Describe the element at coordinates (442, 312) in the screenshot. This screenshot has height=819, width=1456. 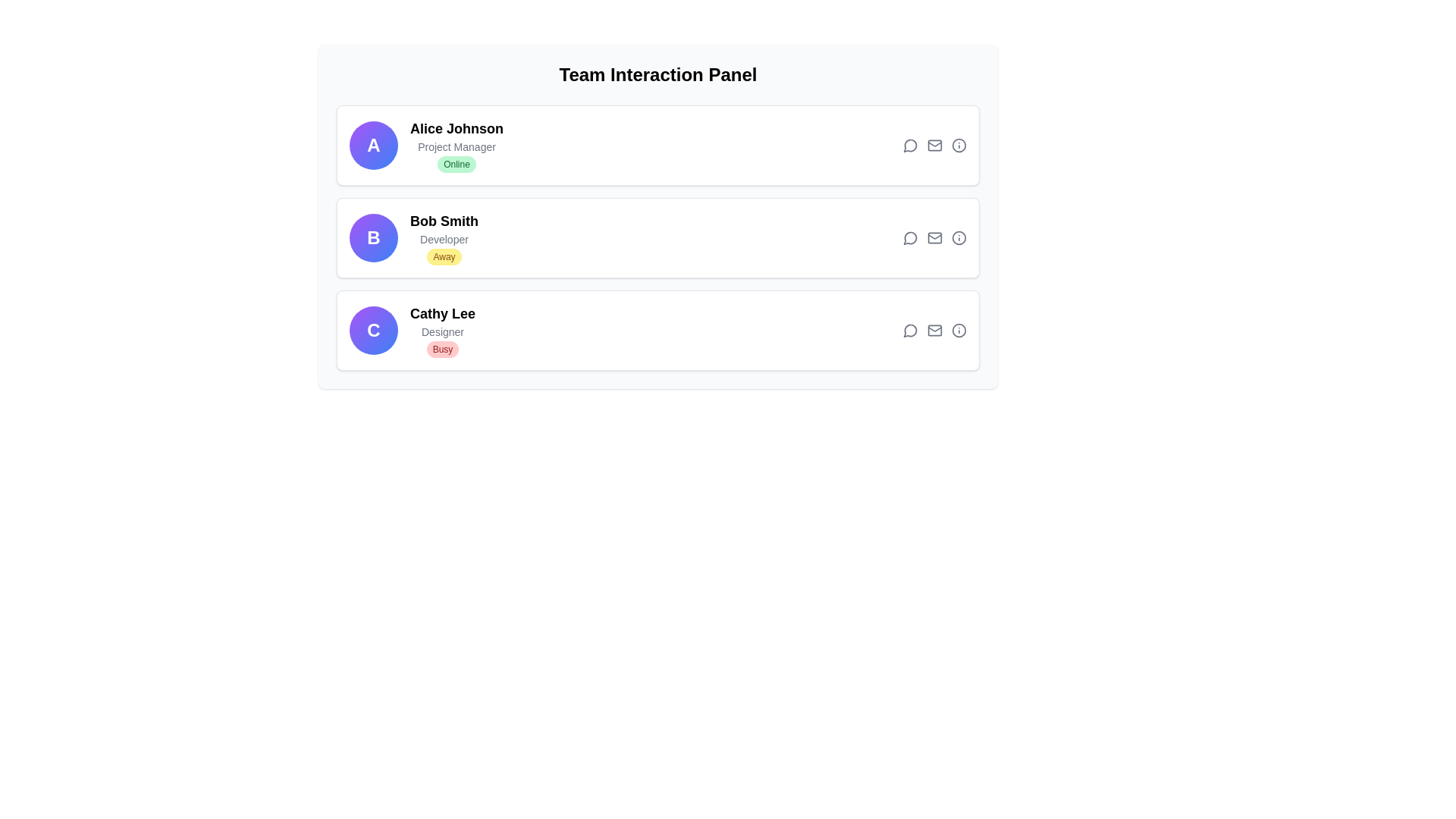
I see `the text label displaying 'Cathy Lee', which is a bold, larger font size element in a user information panel, located in the third list item of a sequence` at that location.